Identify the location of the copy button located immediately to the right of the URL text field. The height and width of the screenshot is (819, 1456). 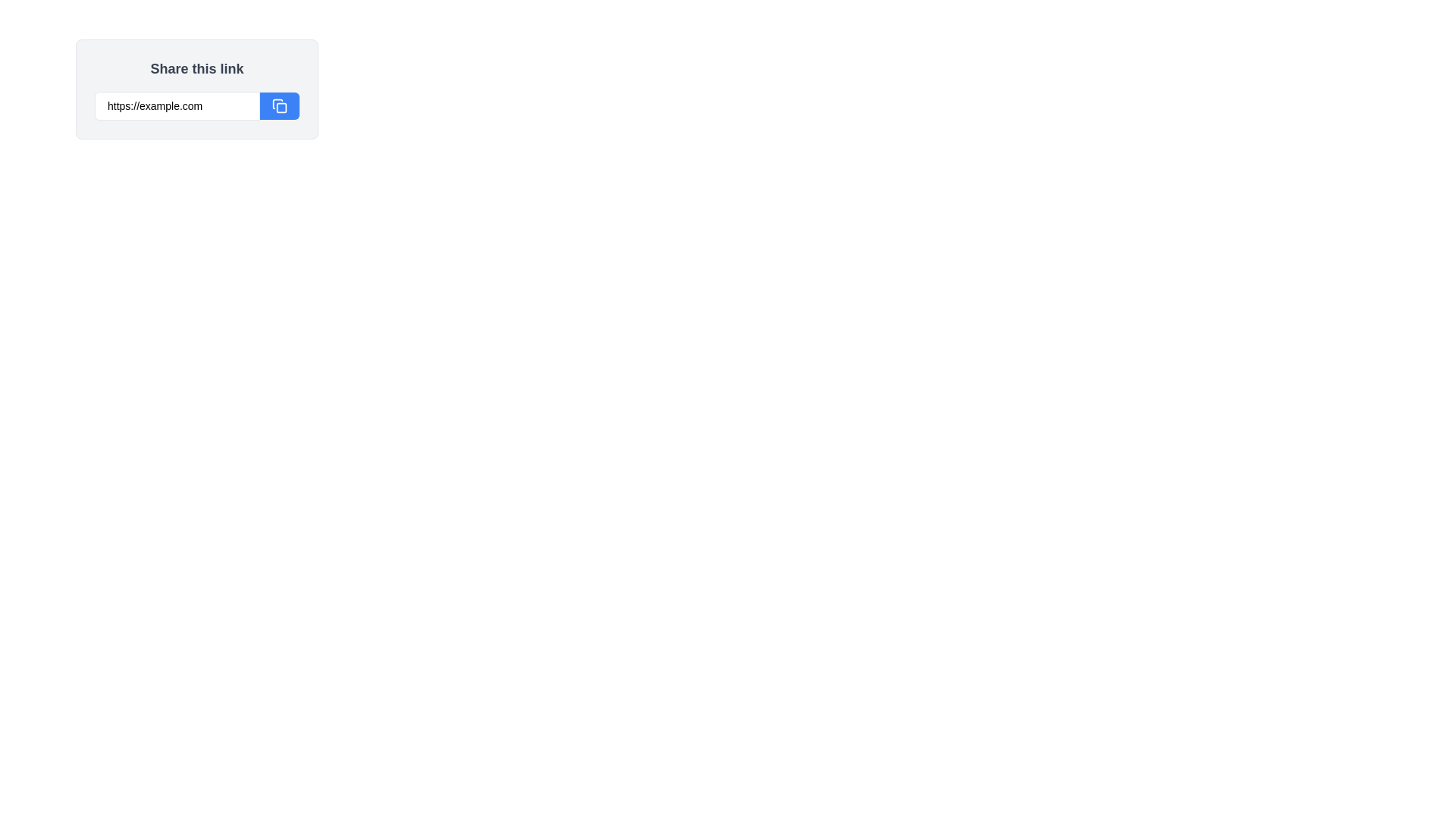
(280, 105).